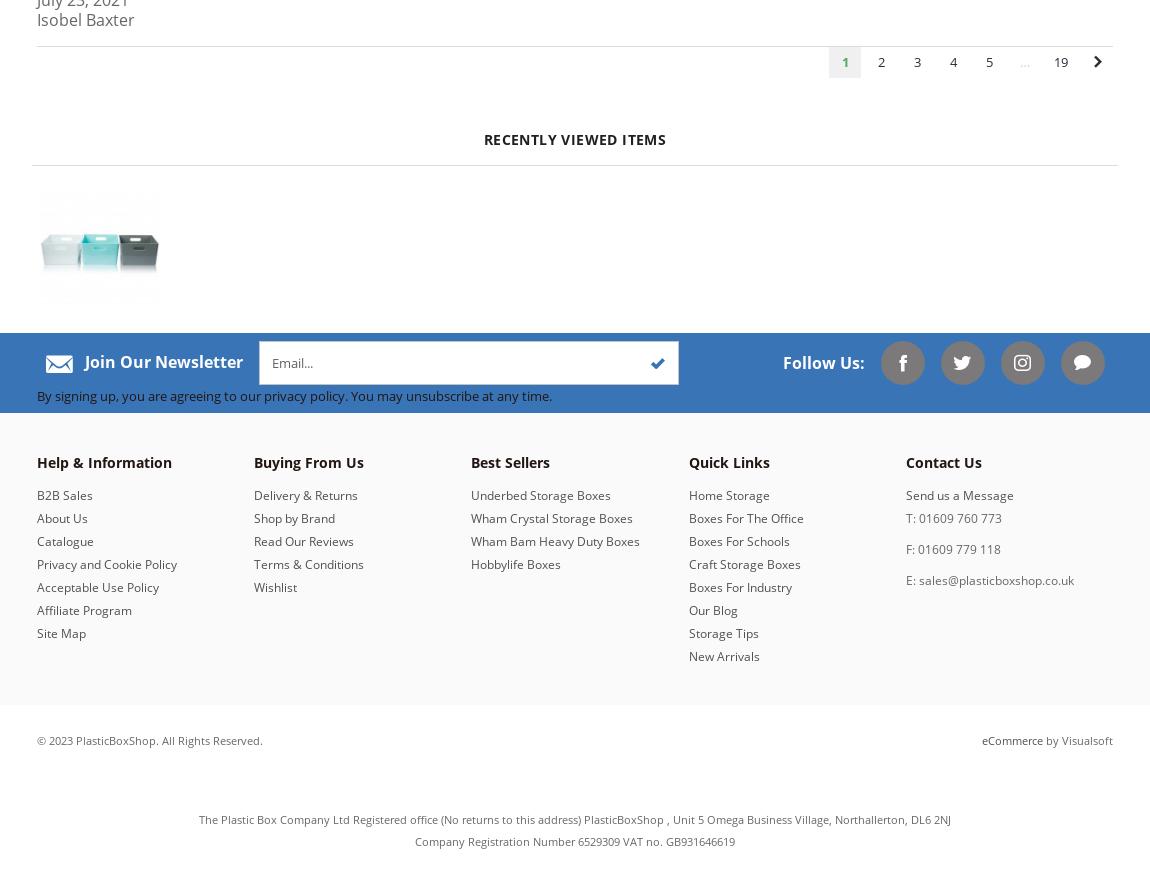  I want to click on 'Recently Viewed Items', so click(574, 138).